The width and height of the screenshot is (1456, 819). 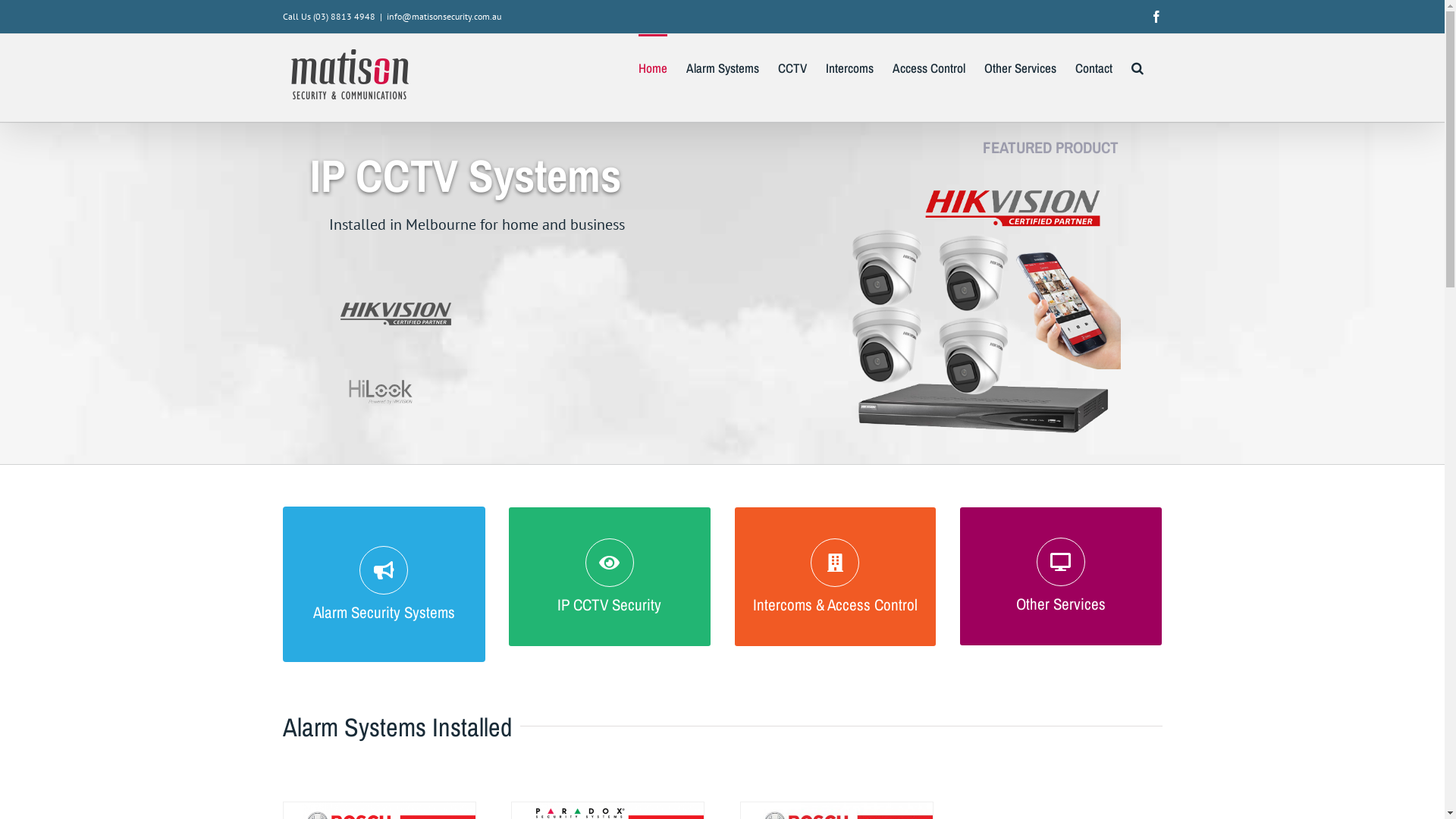 What do you see at coordinates (1094, 66) in the screenshot?
I see `'Contact'` at bounding box center [1094, 66].